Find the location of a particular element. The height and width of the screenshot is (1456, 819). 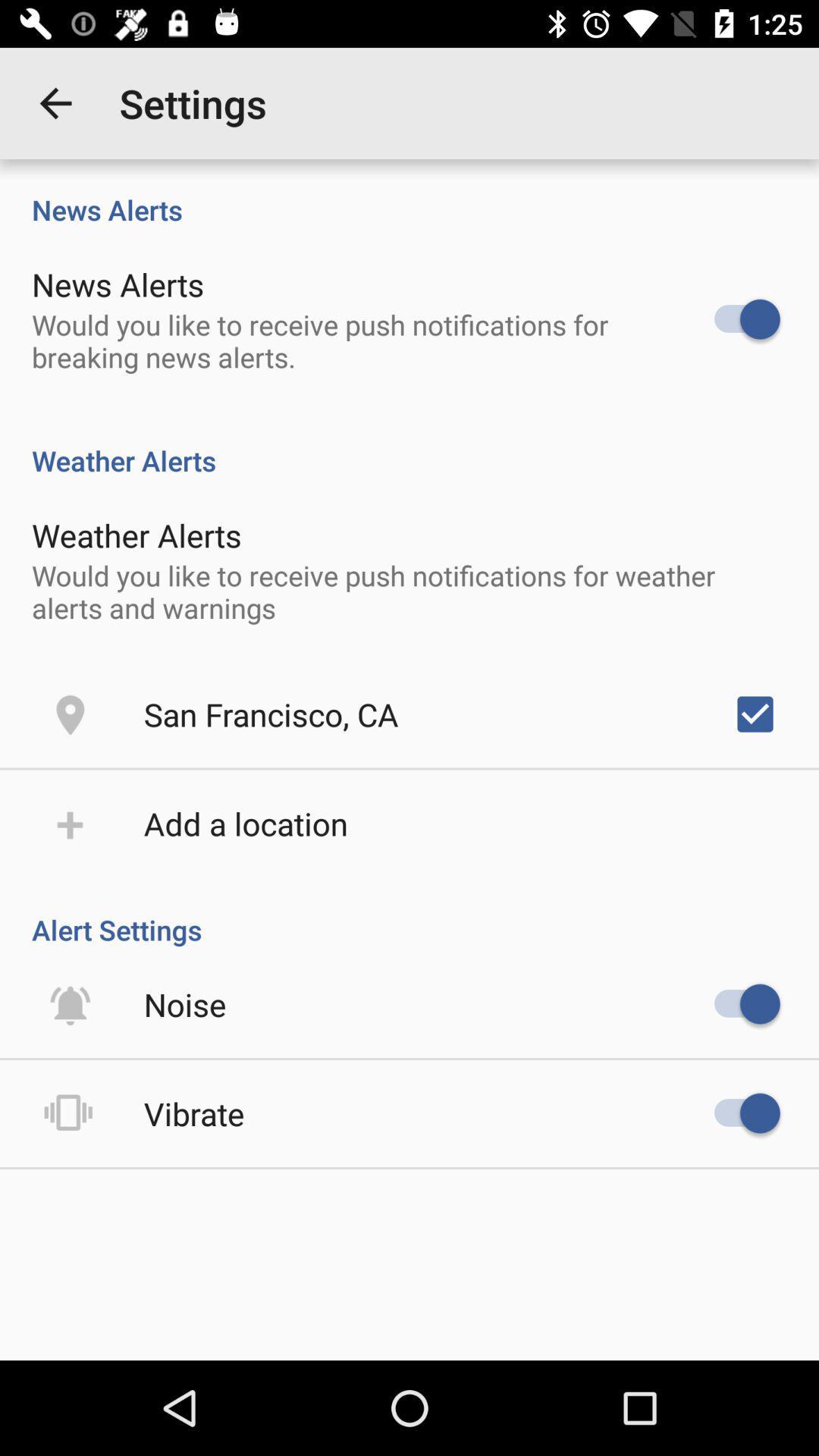

icon next to settings  app is located at coordinates (55, 102).